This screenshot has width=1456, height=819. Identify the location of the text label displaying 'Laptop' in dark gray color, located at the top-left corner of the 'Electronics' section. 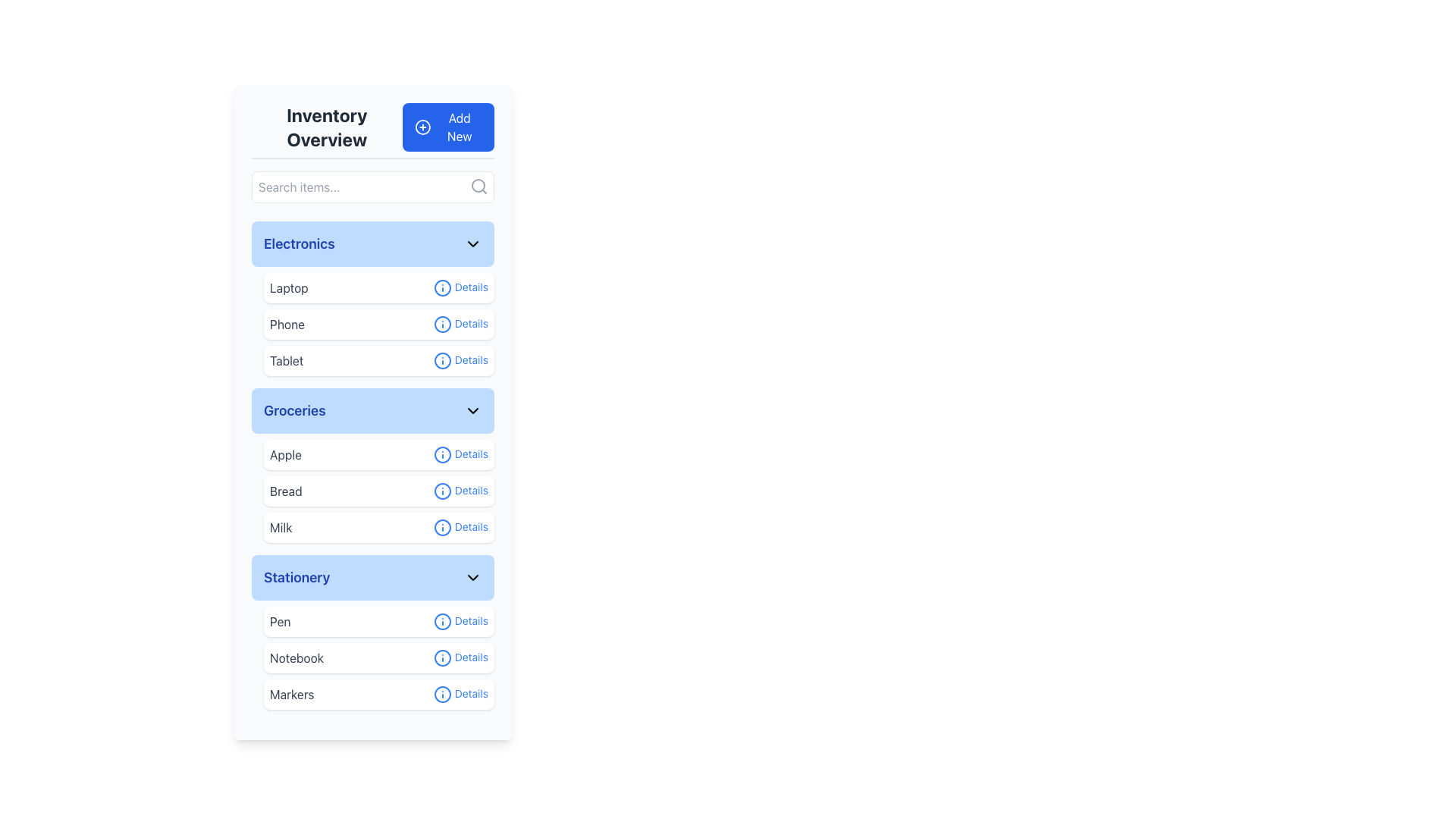
(289, 288).